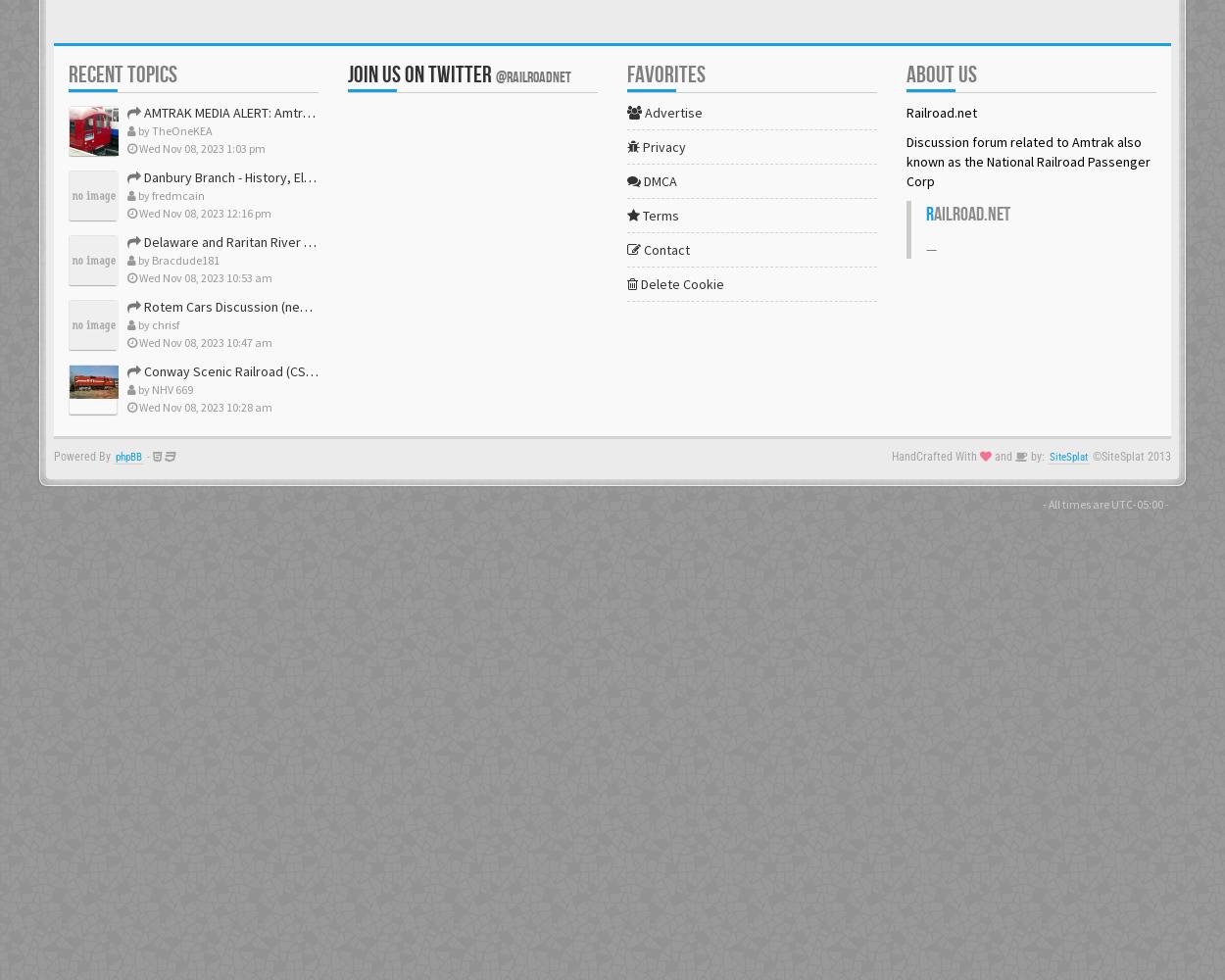 This screenshot has width=1225, height=980. Describe the element at coordinates (1028, 162) in the screenshot. I see `'Discussion forum related to Amtrak also known as the National Railroad Passenger Corp'` at that location.